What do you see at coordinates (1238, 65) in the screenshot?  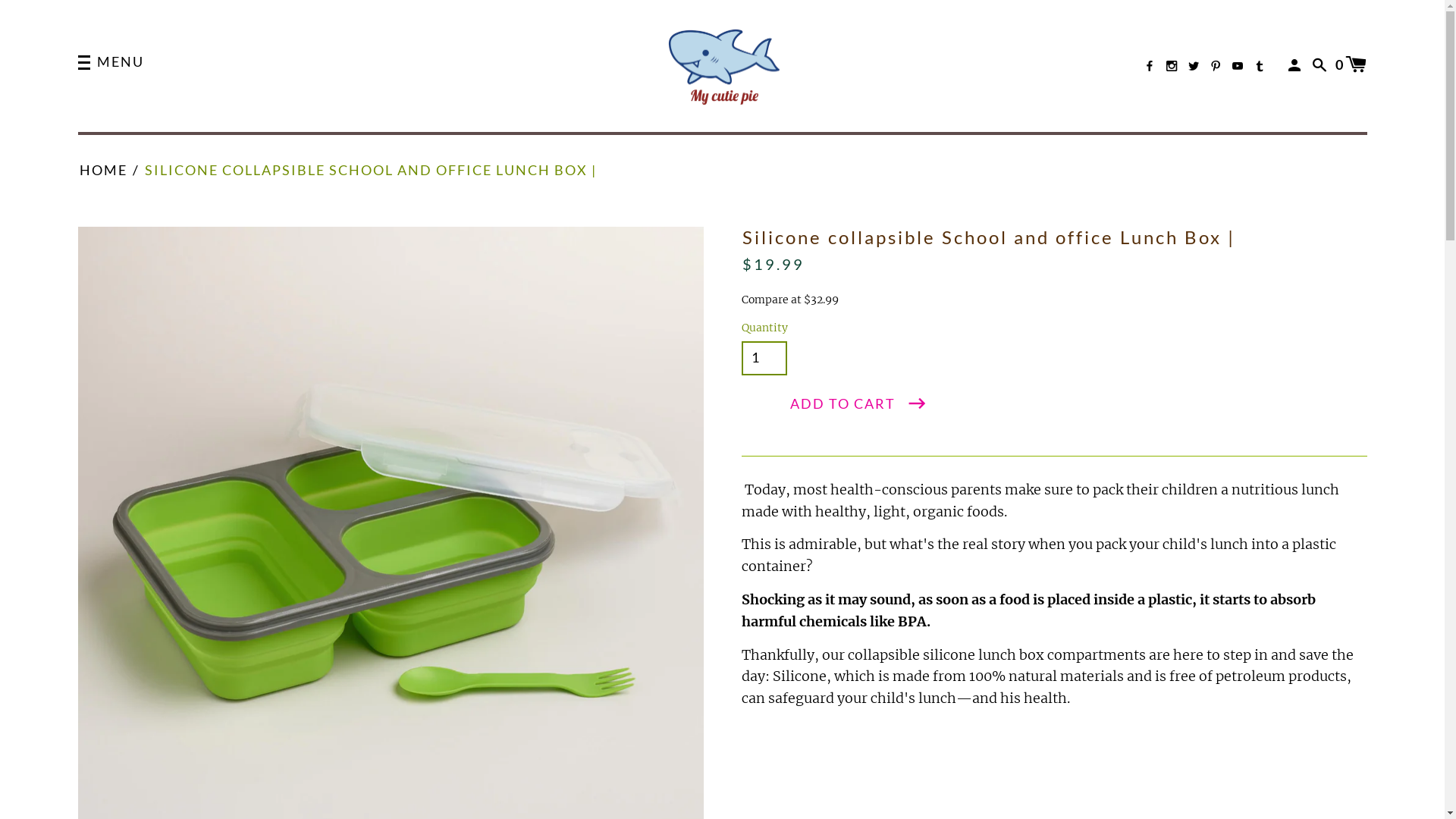 I see `'My Cutie Pie on YouTube'` at bounding box center [1238, 65].